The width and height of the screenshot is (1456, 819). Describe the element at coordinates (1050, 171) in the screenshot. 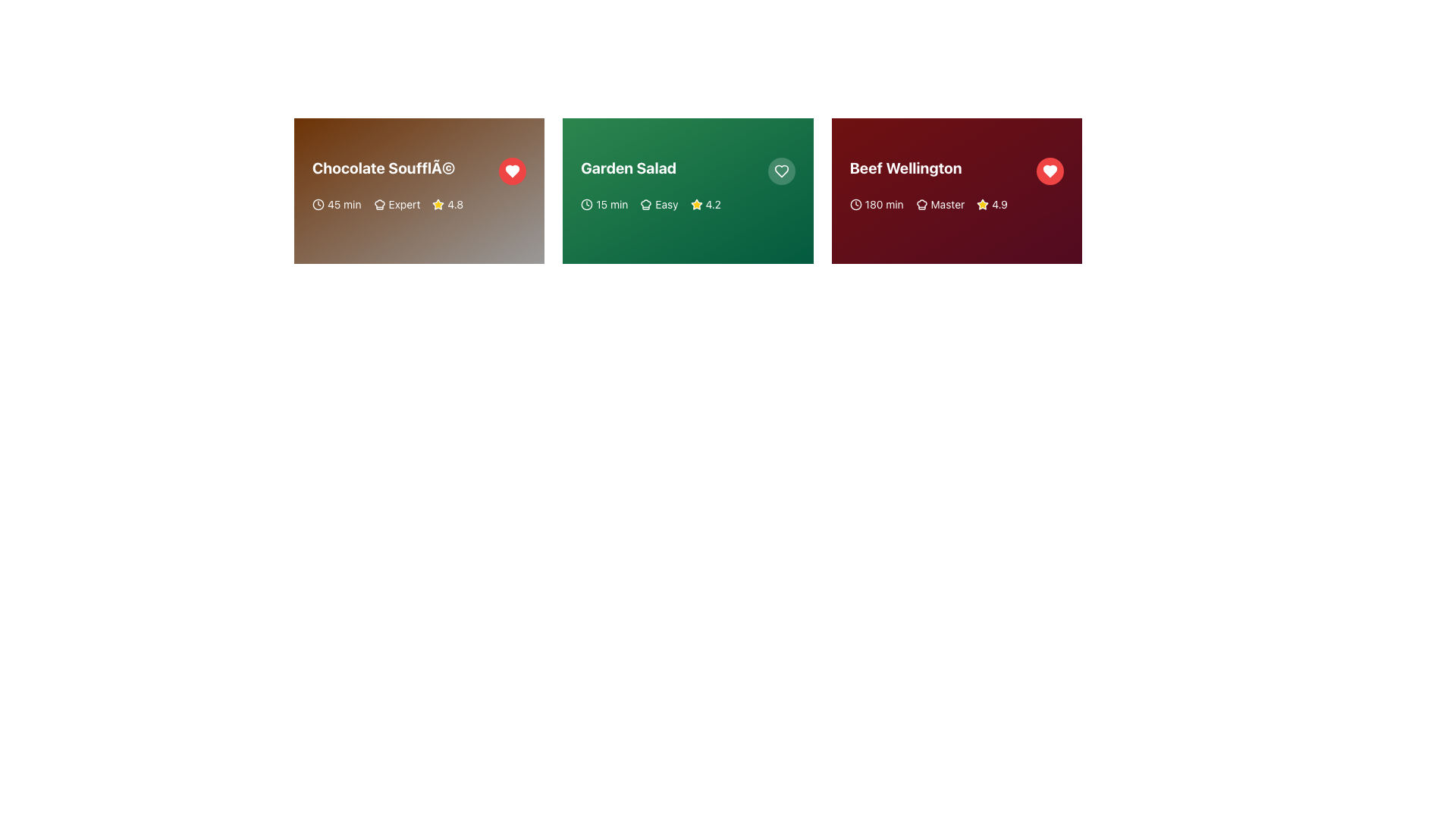

I see `the heart icon in the top-right corner of the 'Beef Wellington' recipe card to mark it as favorite` at that location.